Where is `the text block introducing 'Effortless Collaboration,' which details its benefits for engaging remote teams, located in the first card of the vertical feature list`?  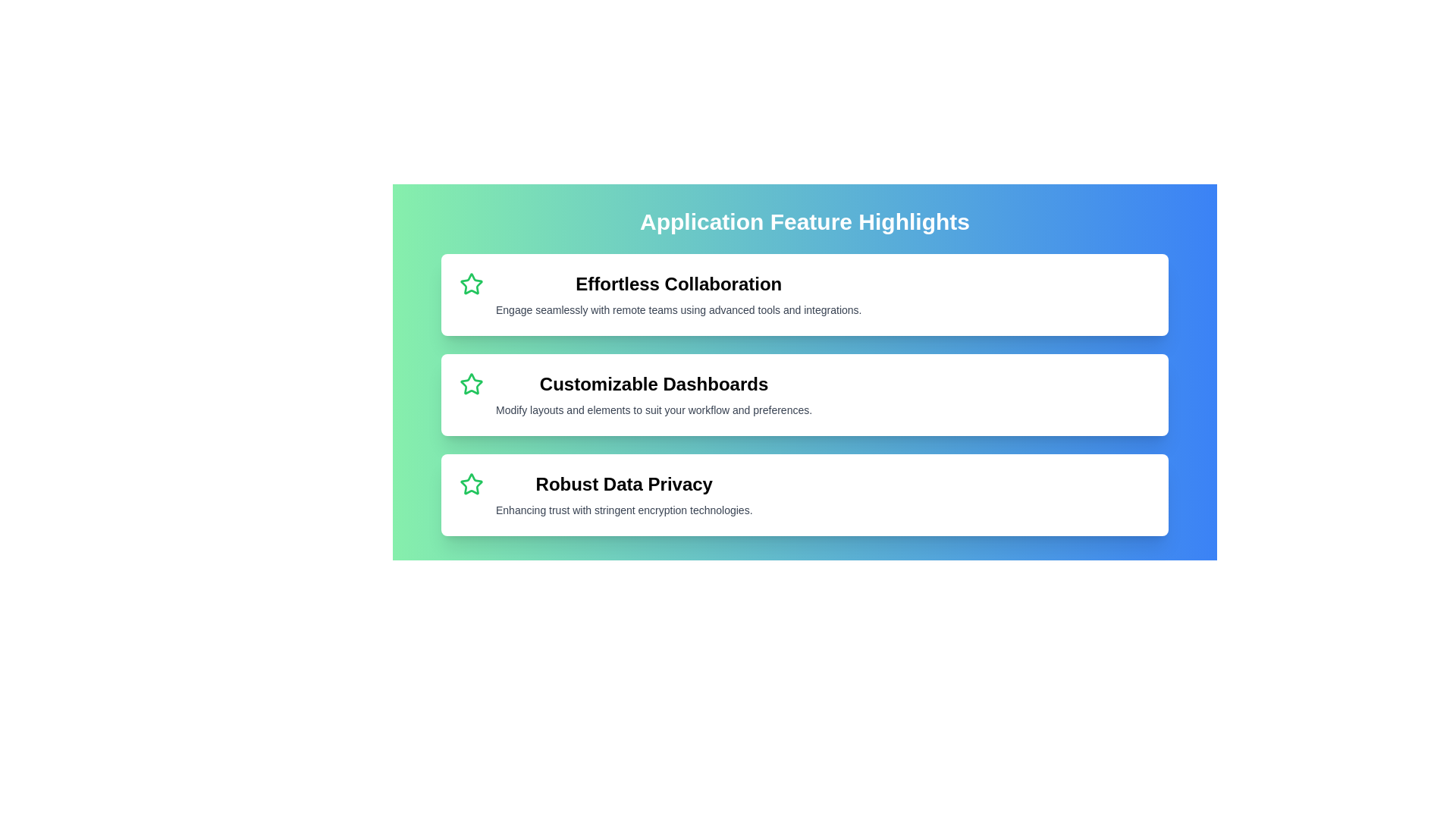
the text block introducing 'Effortless Collaboration,' which details its benefits for engaging remote teams, located in the first card of the vertical feature list is located at coordinates (678, 295).